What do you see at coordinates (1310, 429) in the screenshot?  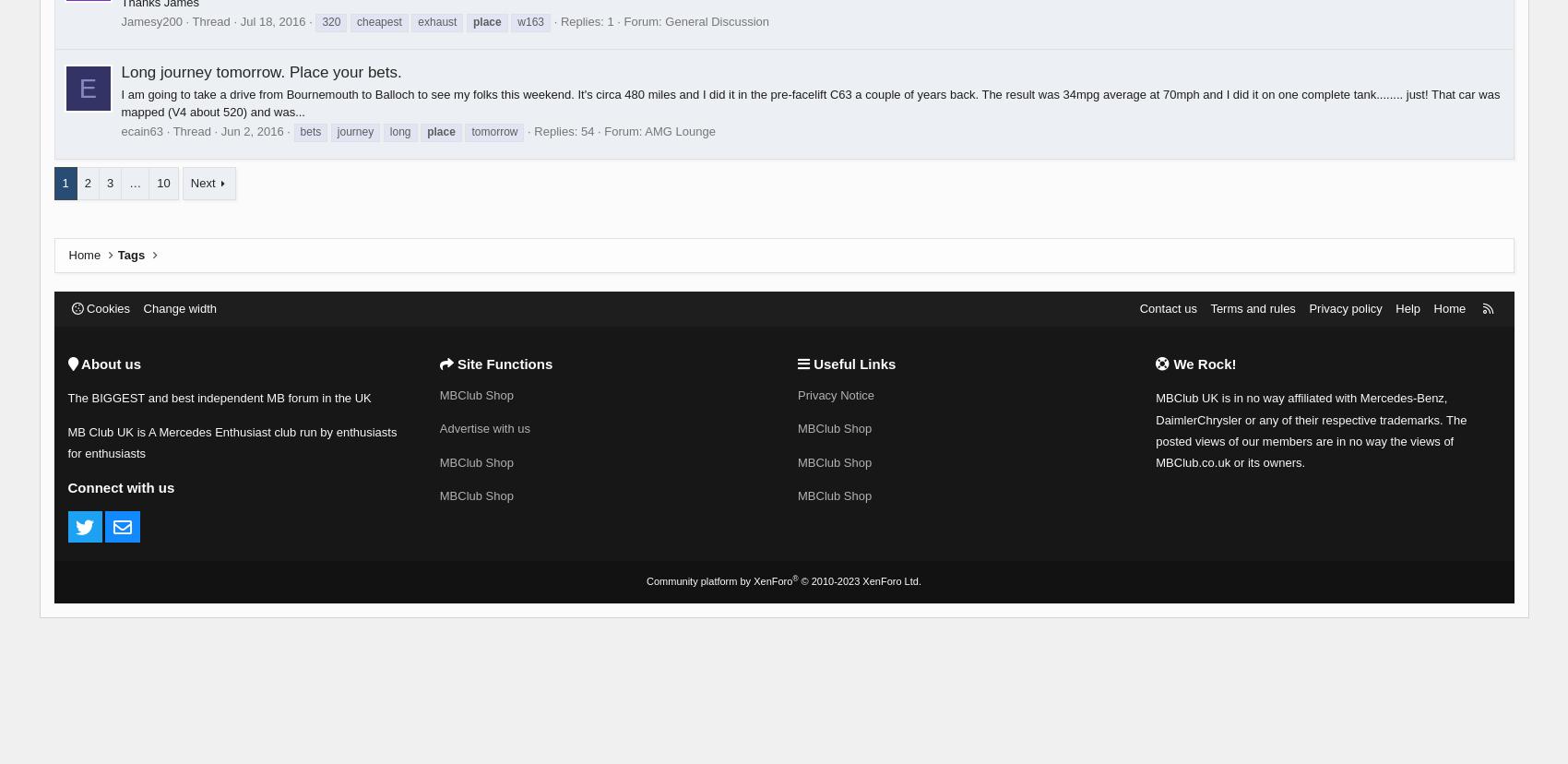 I see `'MBClub UK is in no way affiliated with Mercedes-Benz, DaimlerChrysler or any of their respective trademarks. The posted views of our members are in no way the views of MBClub.co.uk or its owners.'` at bounding box center [1310, 429].